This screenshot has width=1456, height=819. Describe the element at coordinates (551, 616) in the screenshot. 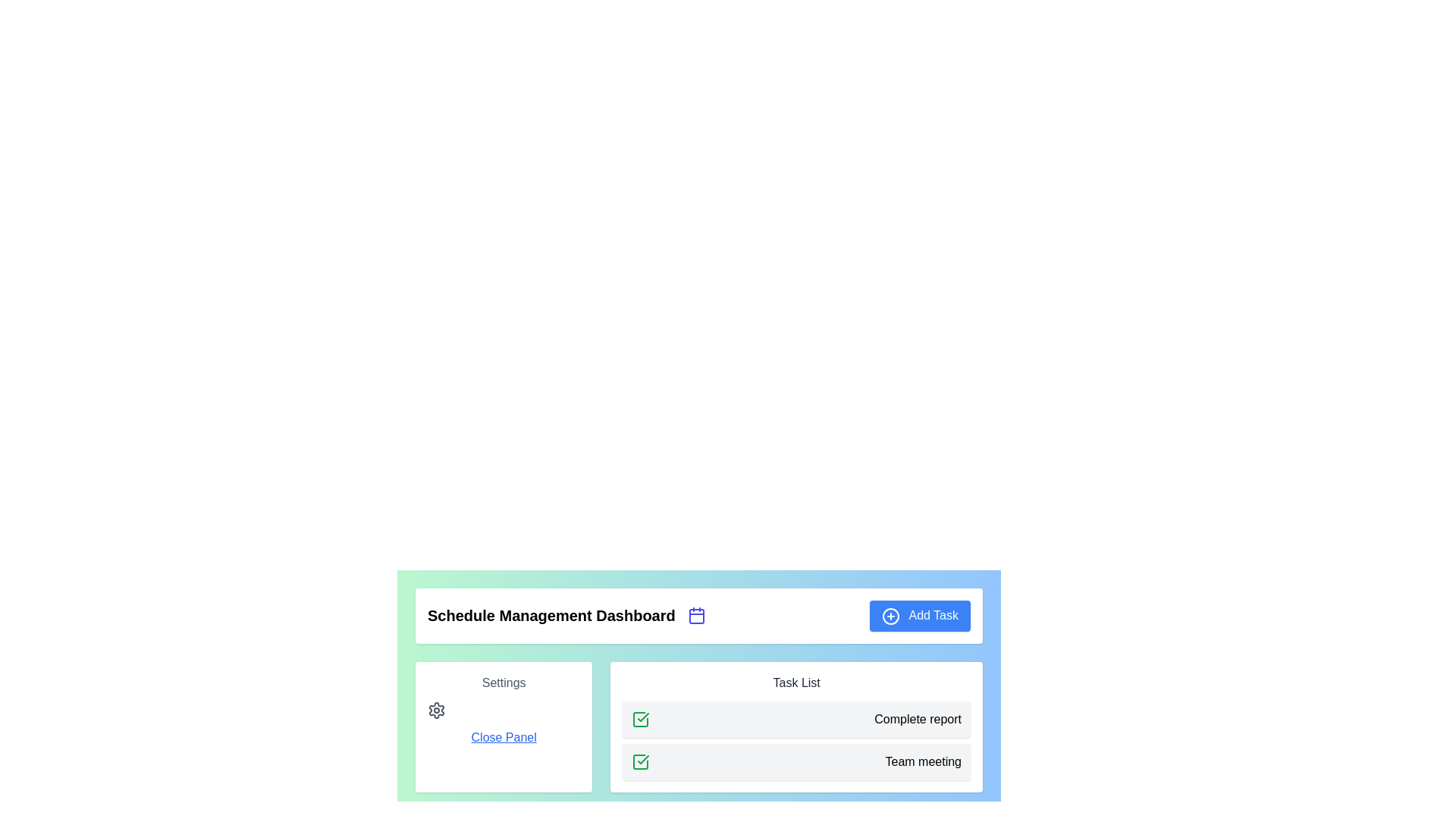

I see `the static text element that serves as the title of the dashboard, which is centrally located within the header section, to the left of a calendar icon` at that location.